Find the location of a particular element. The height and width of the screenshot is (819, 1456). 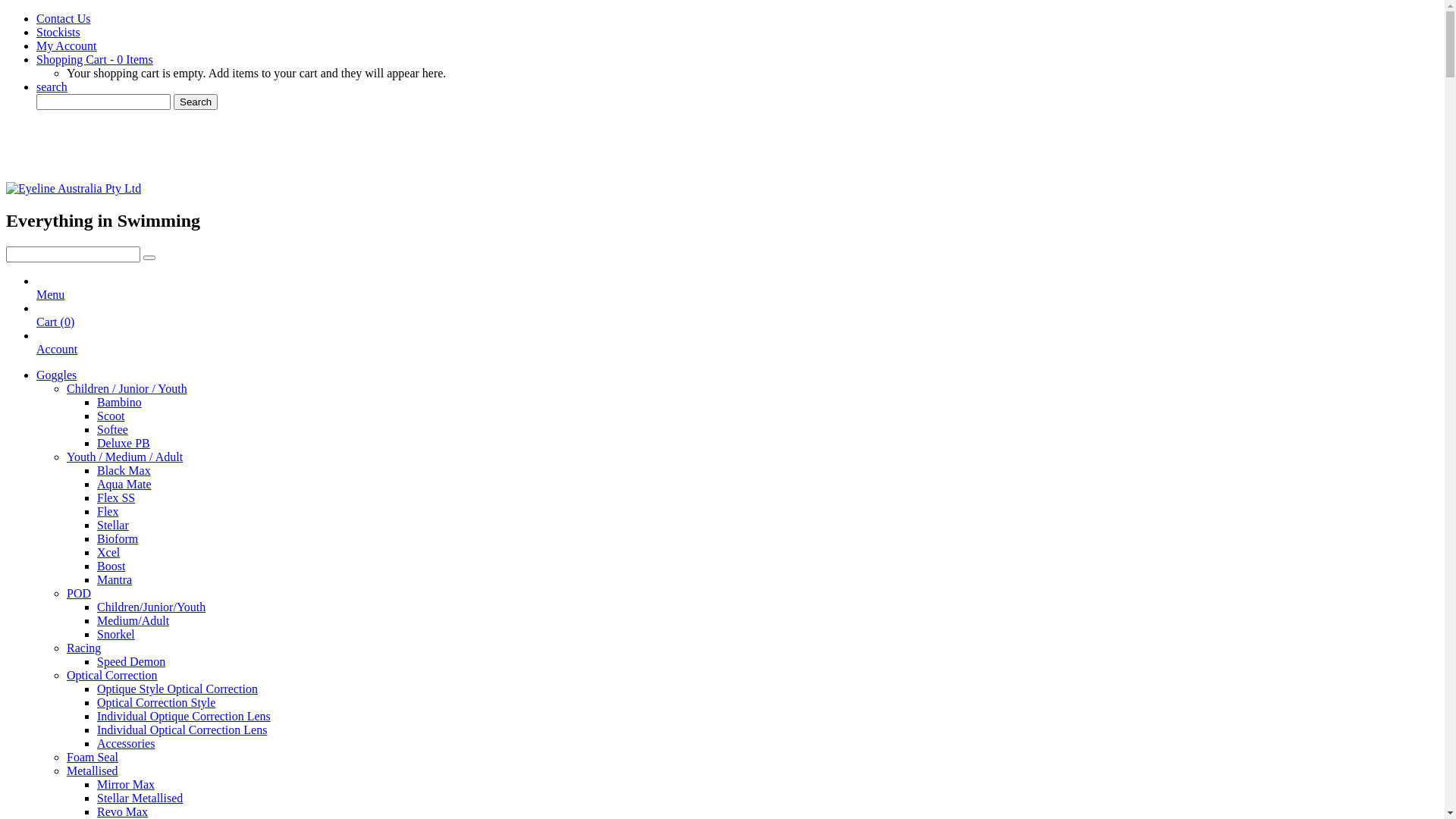

'Metallised' is located at coordinates (91, 770).